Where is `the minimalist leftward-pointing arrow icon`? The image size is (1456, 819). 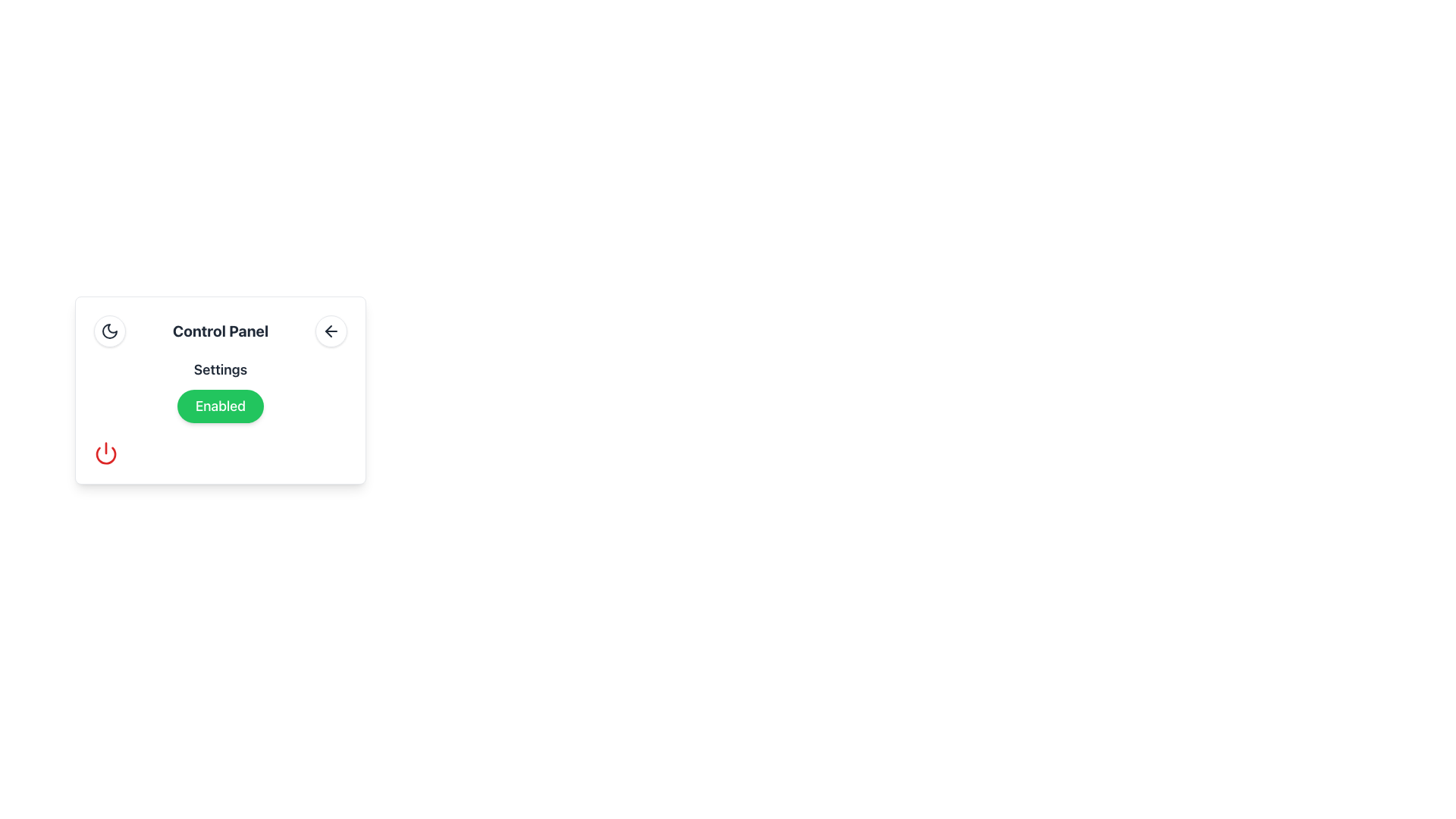
the minimalist leftward-pointing arrow icon is located at coordinates (328, 330).